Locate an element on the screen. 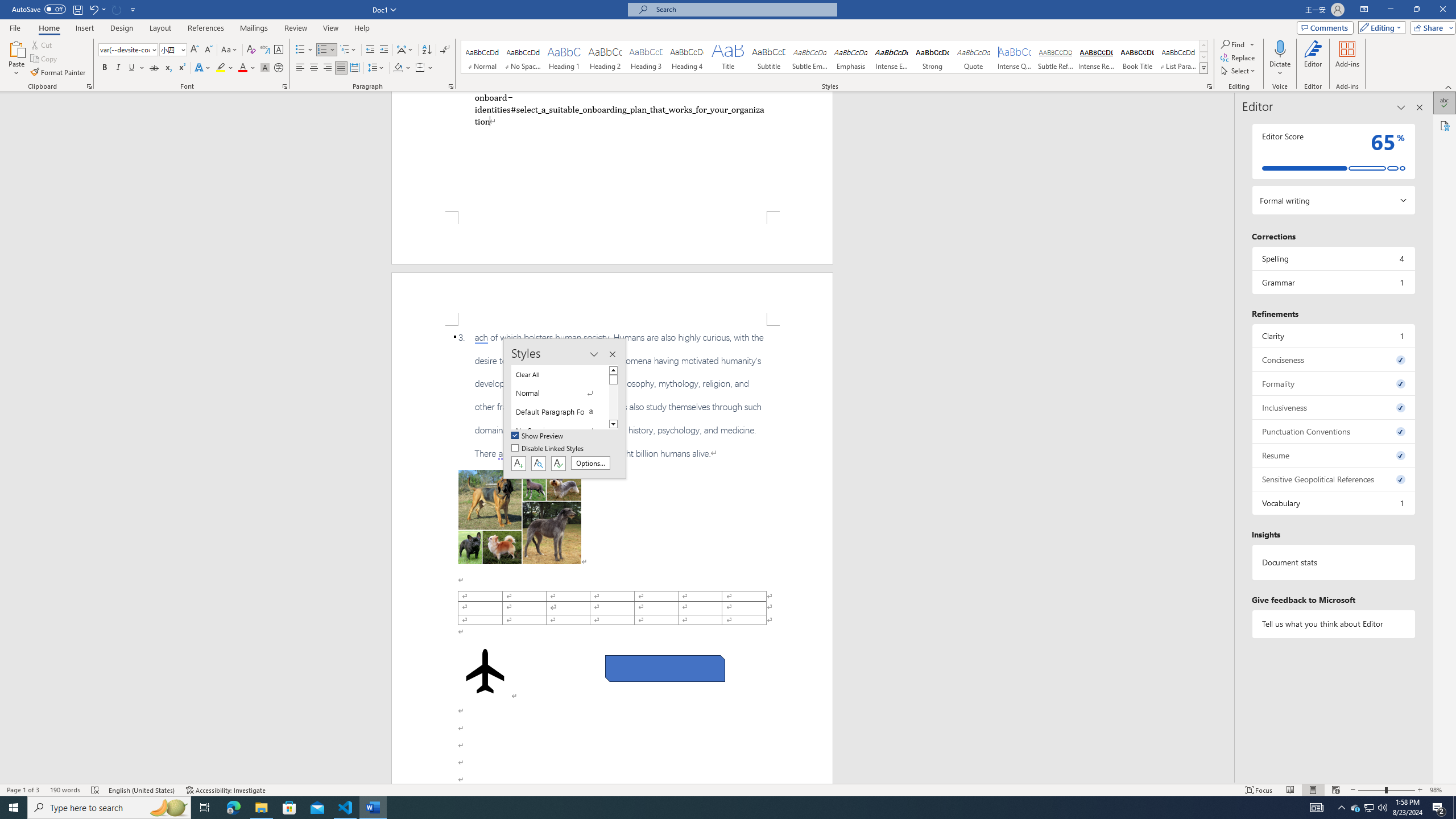 This screenshot has width=1456, height=819. 'Font Size' is located at coordinates (169, 49).